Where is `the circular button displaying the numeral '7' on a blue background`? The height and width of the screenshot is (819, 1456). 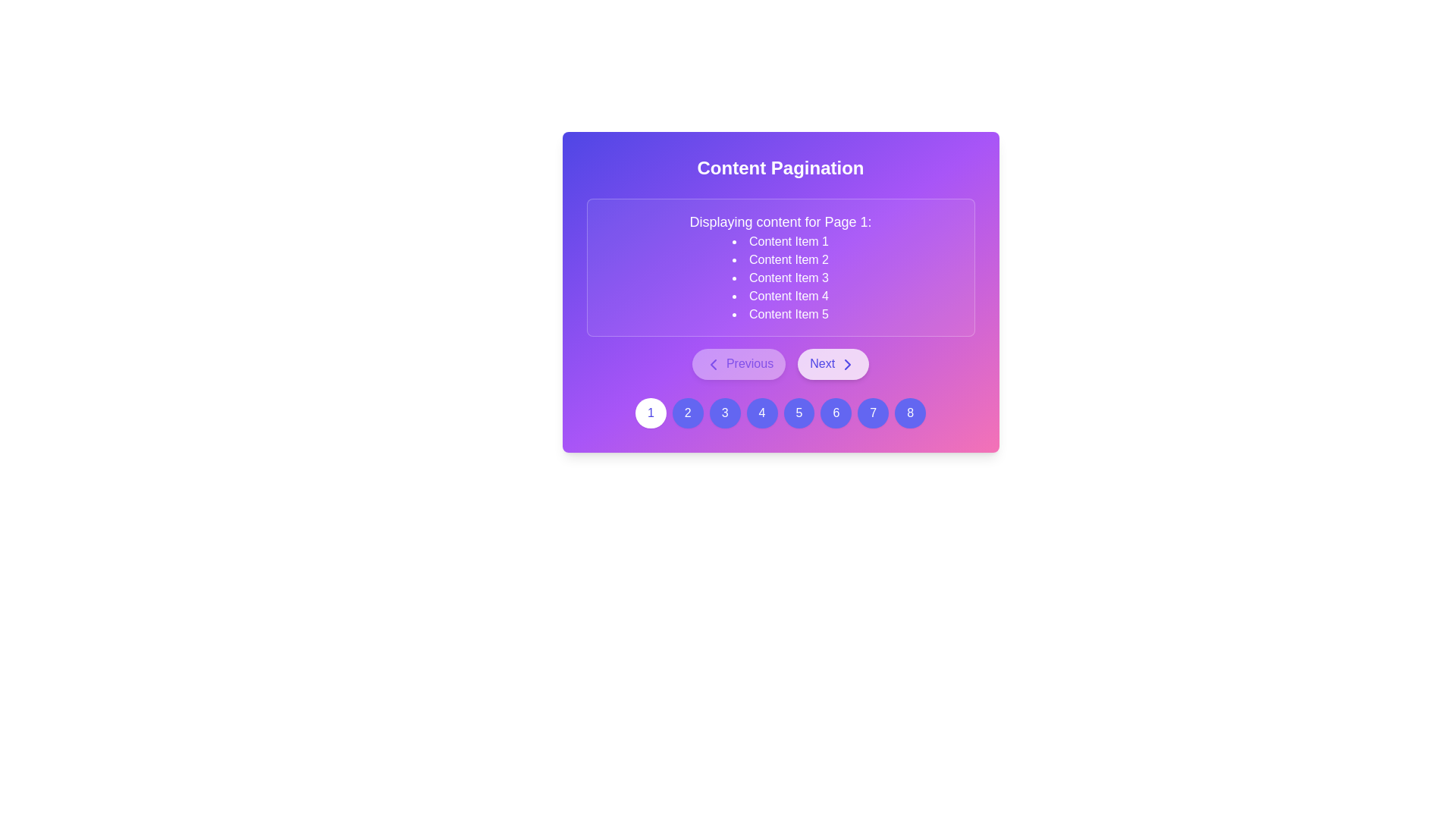 the circular button displaying the numeral '7' on a blue background is located at coordinates (873, 413).